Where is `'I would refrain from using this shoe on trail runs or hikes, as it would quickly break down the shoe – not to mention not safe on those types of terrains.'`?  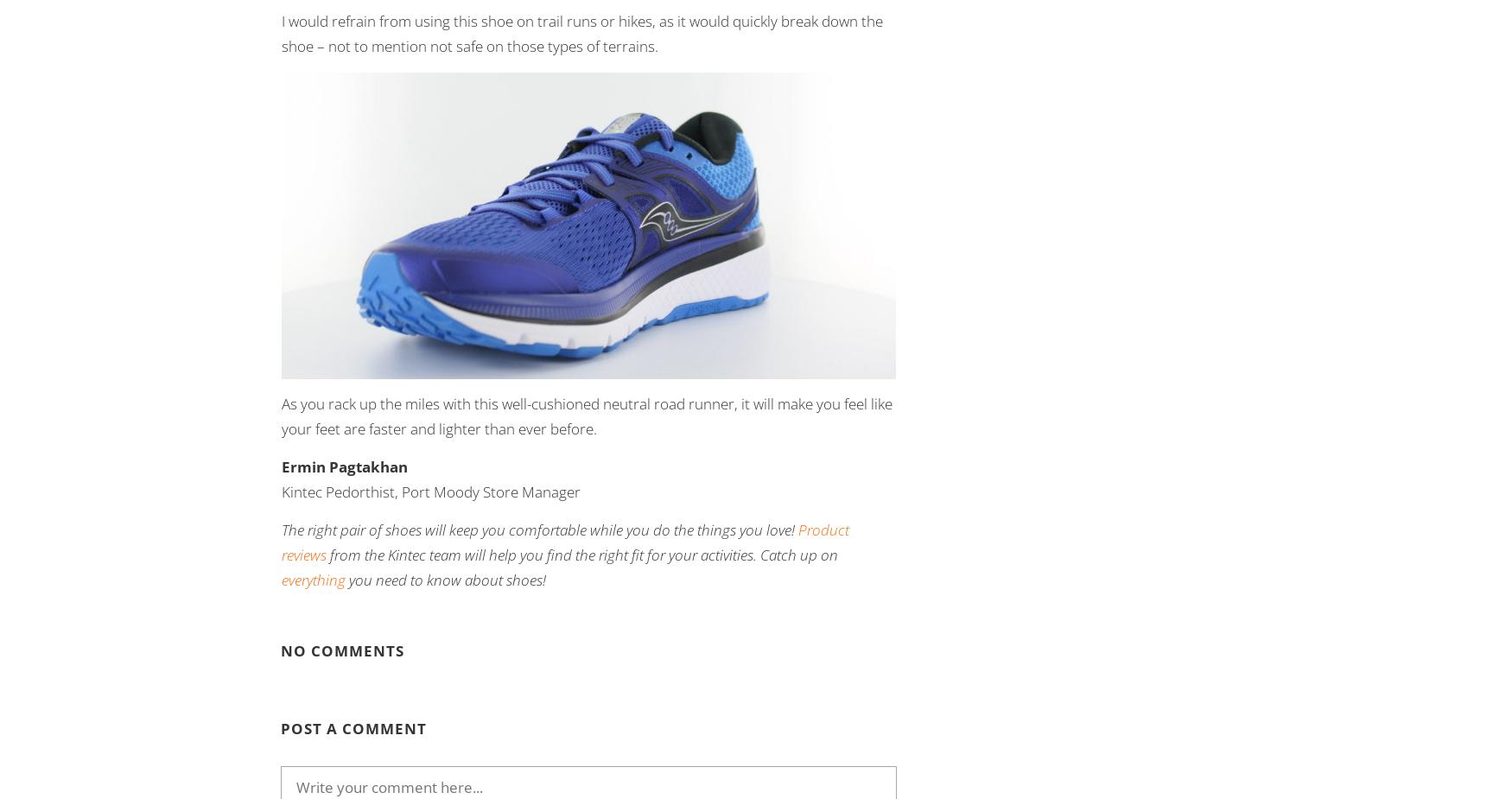 'I would refrain from using this shoe on trail runs or hikes, as it would quickly break down the shoe – not to mention not safe on those types of terrains.' is located at coordinates (581, 32).